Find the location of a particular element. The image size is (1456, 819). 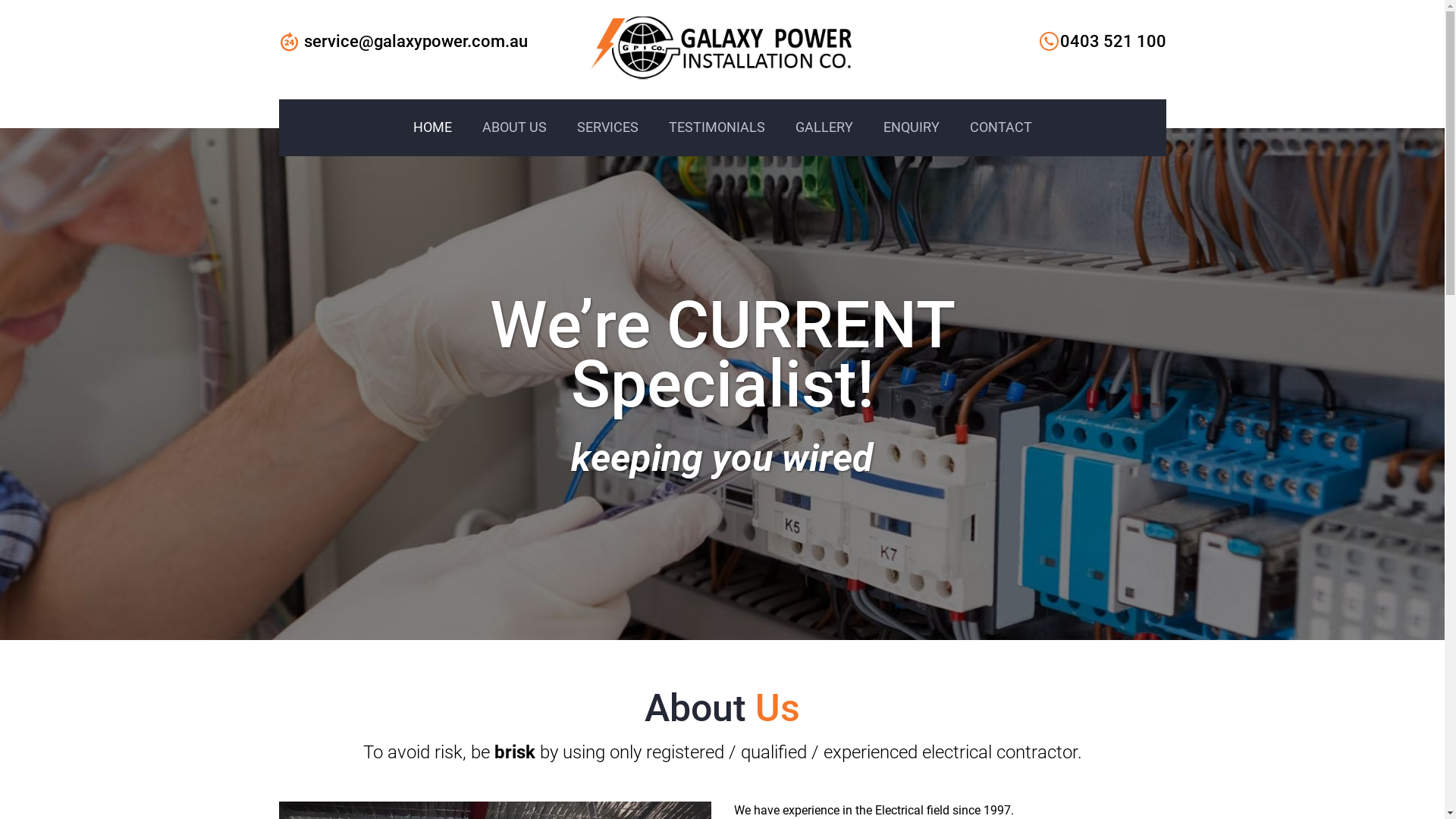

'SERVICES' is located at coordinates (607, 127).